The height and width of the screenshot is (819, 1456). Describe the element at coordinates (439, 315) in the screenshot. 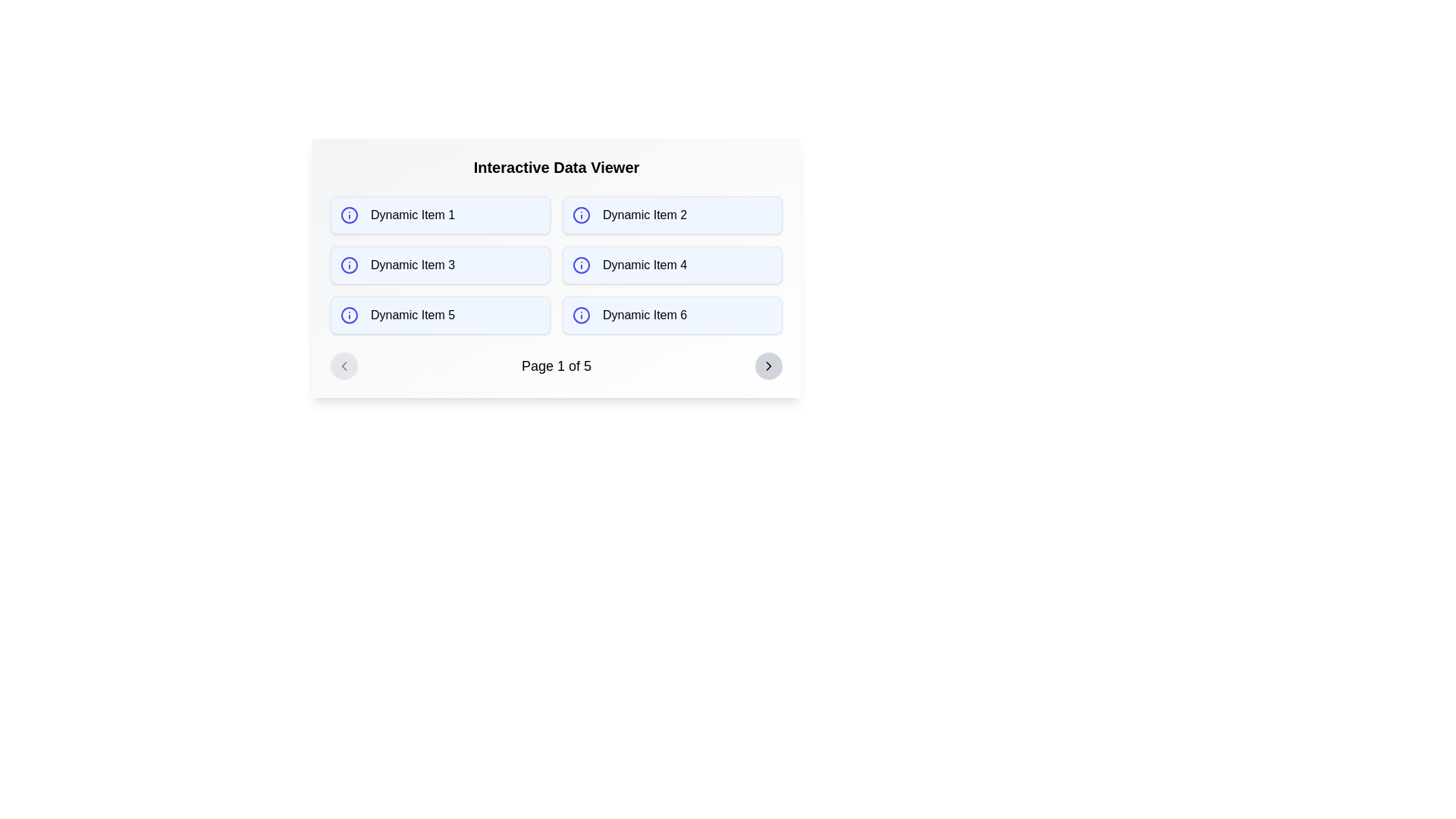

I see `the static display card labeled 'Dynamic Item 5' located in the left column of the third row in a grid layout` at that location.